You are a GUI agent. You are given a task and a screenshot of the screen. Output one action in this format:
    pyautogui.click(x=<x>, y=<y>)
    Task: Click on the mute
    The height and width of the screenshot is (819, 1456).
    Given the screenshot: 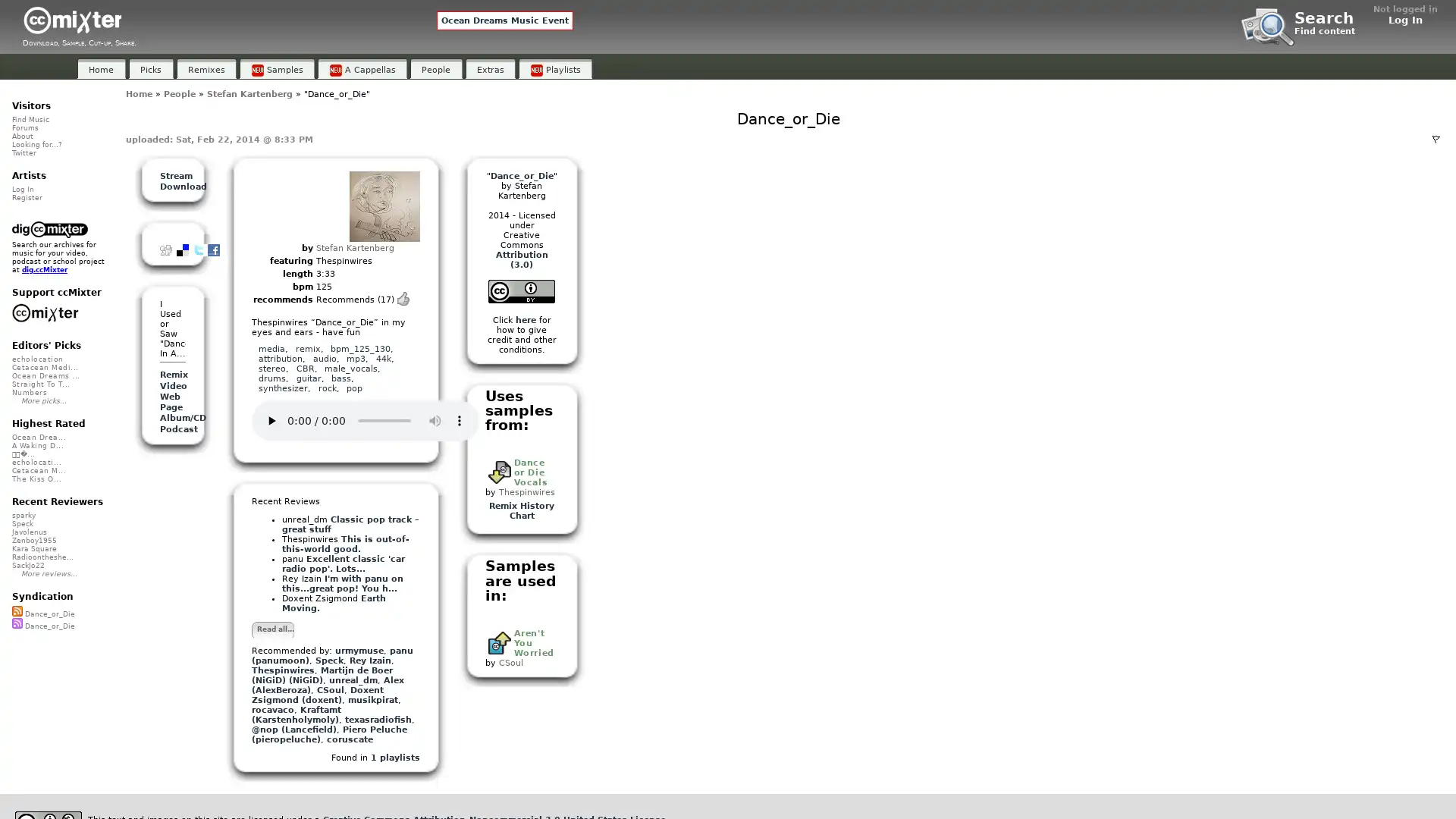 What is the action you would take?
    pyautogui.click(x=435, y=420)
    